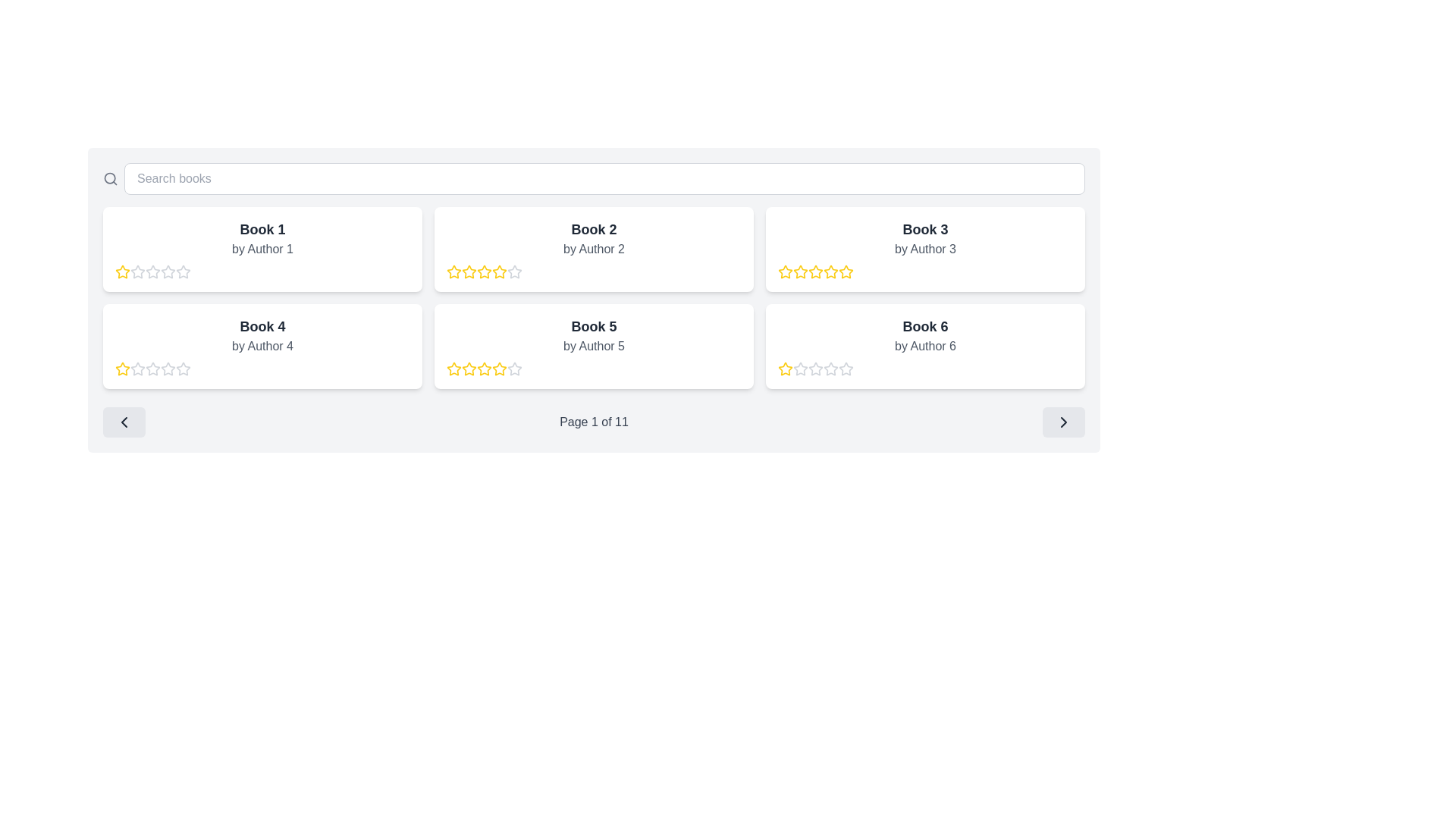 This screenshot has width=1456, height=819. I want to click on the third star in the sequence of five stars representing a rating level under the 'Book 5' card, so click(469, 369).